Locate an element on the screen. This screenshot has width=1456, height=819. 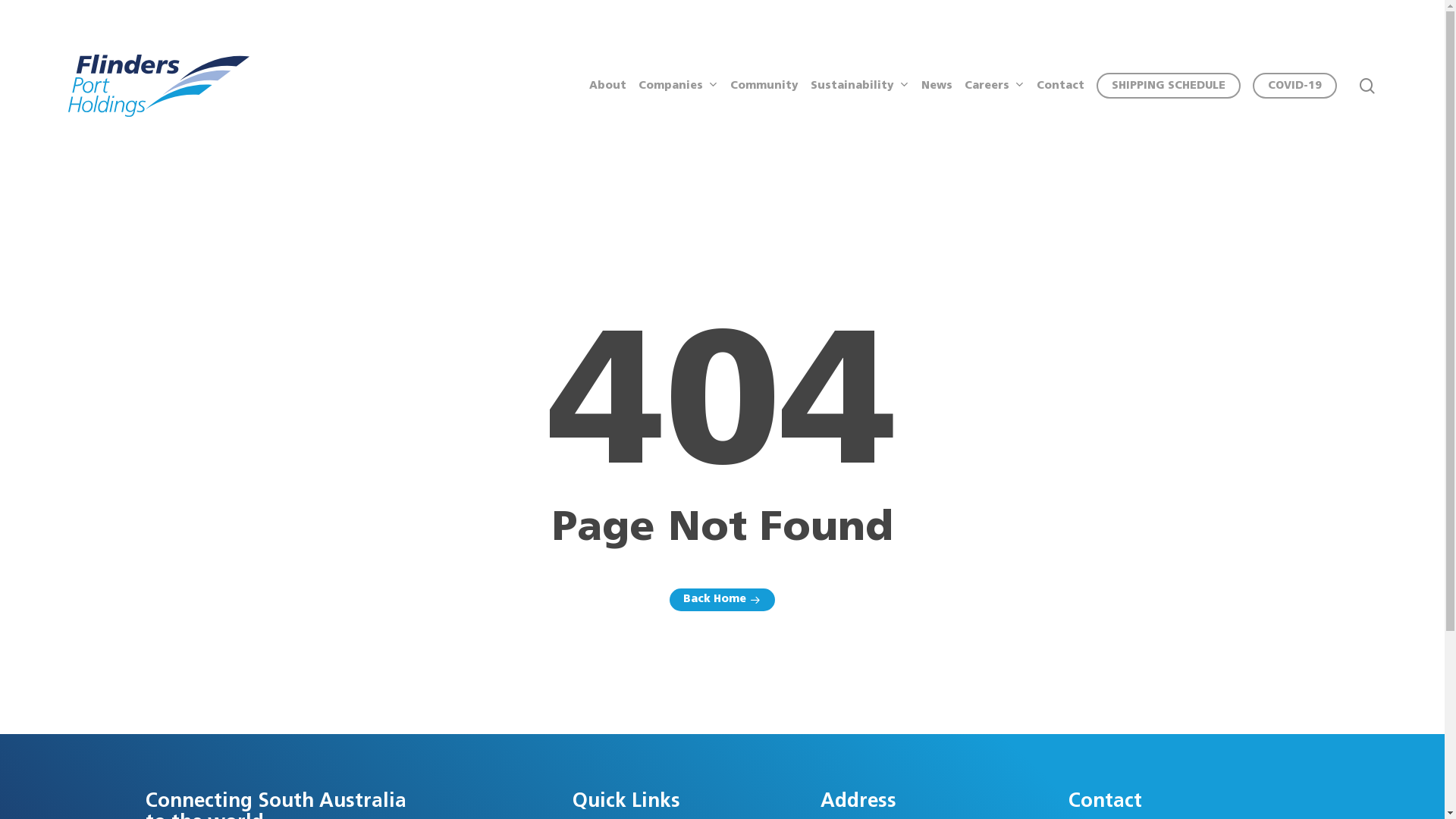
'Careers' is located at coordinates (994, 85).